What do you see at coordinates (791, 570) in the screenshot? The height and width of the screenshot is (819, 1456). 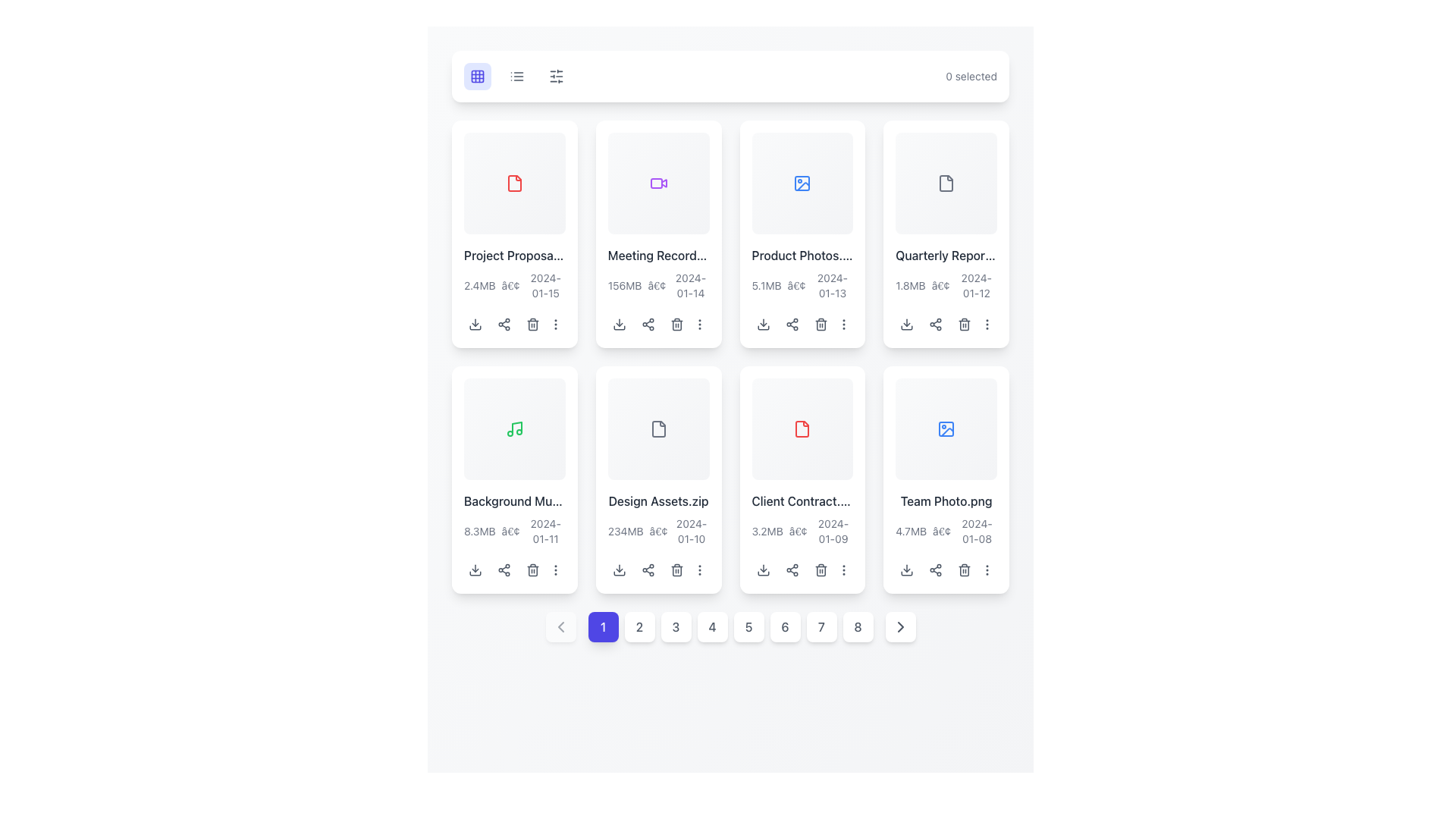 I see `the share icon button located in the utility icons at the bottom of the 'Client Contract' card for accessibility navigation` at bounding box center [791, 570].